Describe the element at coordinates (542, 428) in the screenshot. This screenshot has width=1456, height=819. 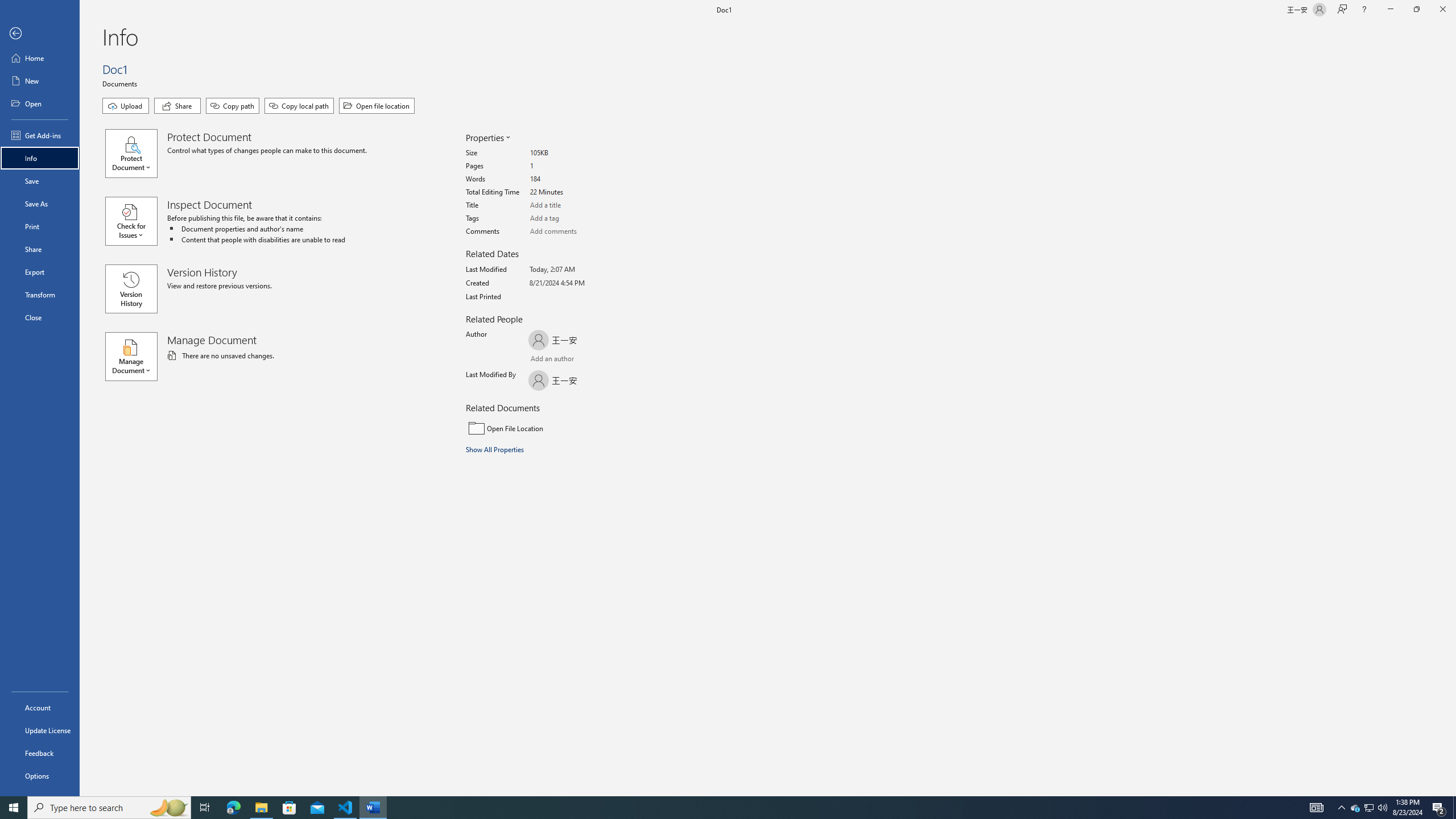
I see `'Open File Location'` at that location.